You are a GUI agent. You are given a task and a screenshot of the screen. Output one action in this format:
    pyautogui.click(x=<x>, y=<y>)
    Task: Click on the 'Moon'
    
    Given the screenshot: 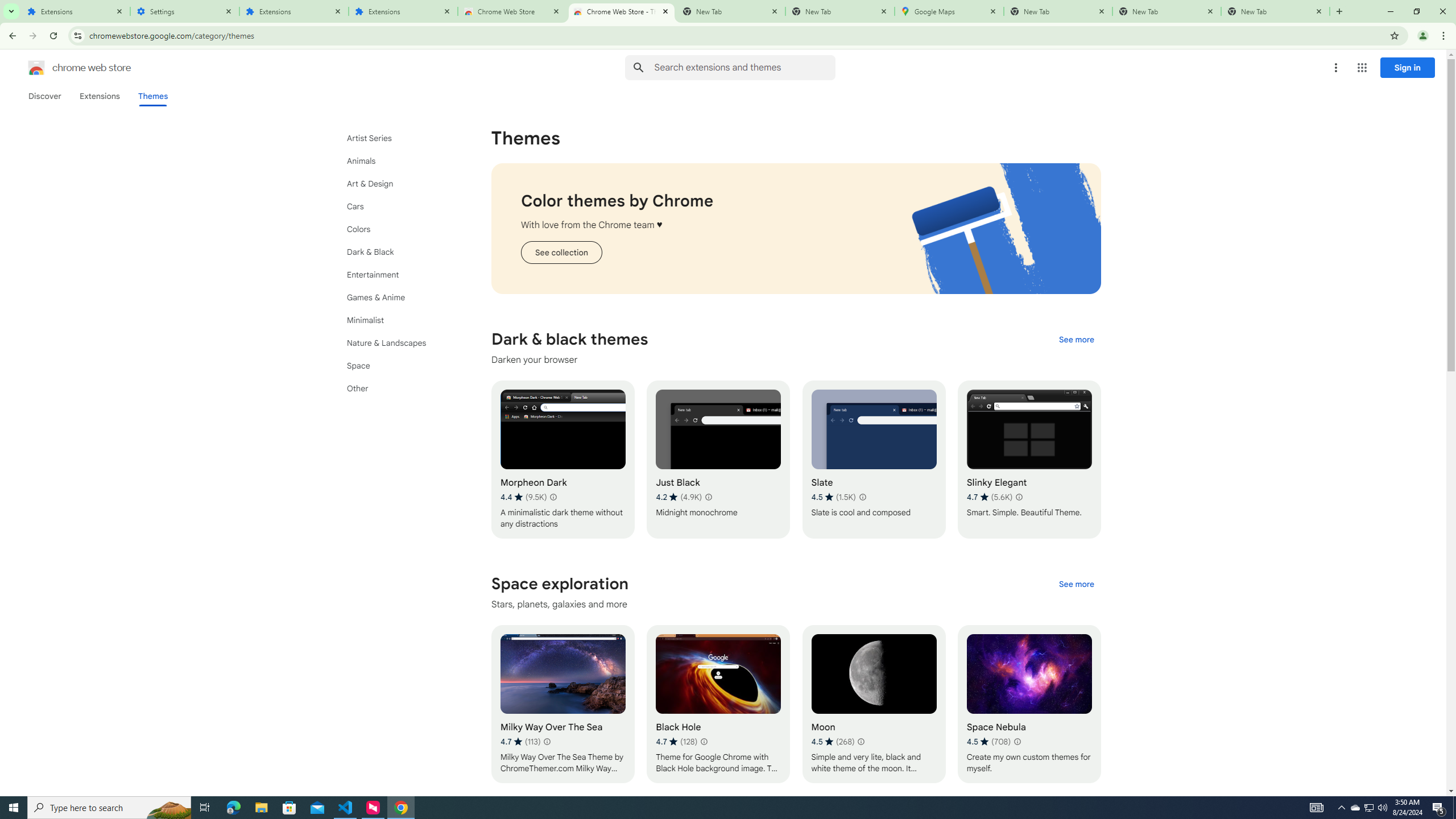 What is the action you would take?
    pyautogui.click(x=874, y=704)
    